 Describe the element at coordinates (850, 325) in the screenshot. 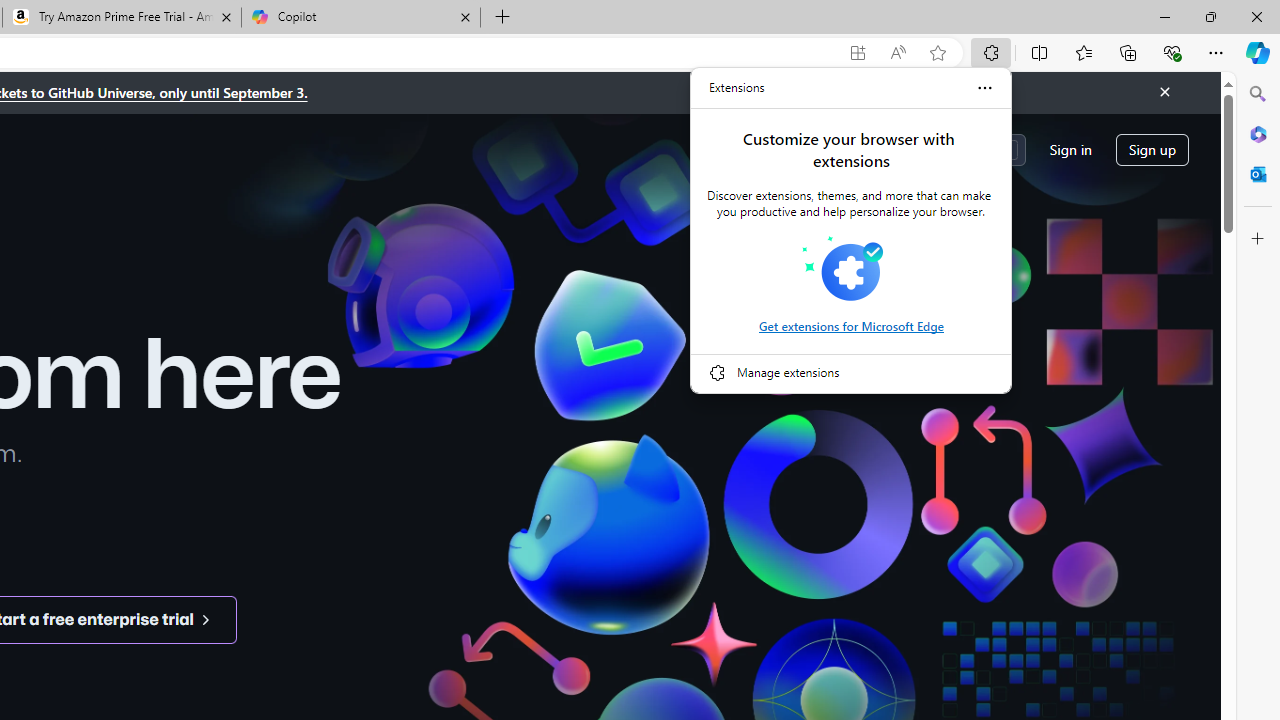

I see `'Get extensions for Microsoft Edge'` at that location.